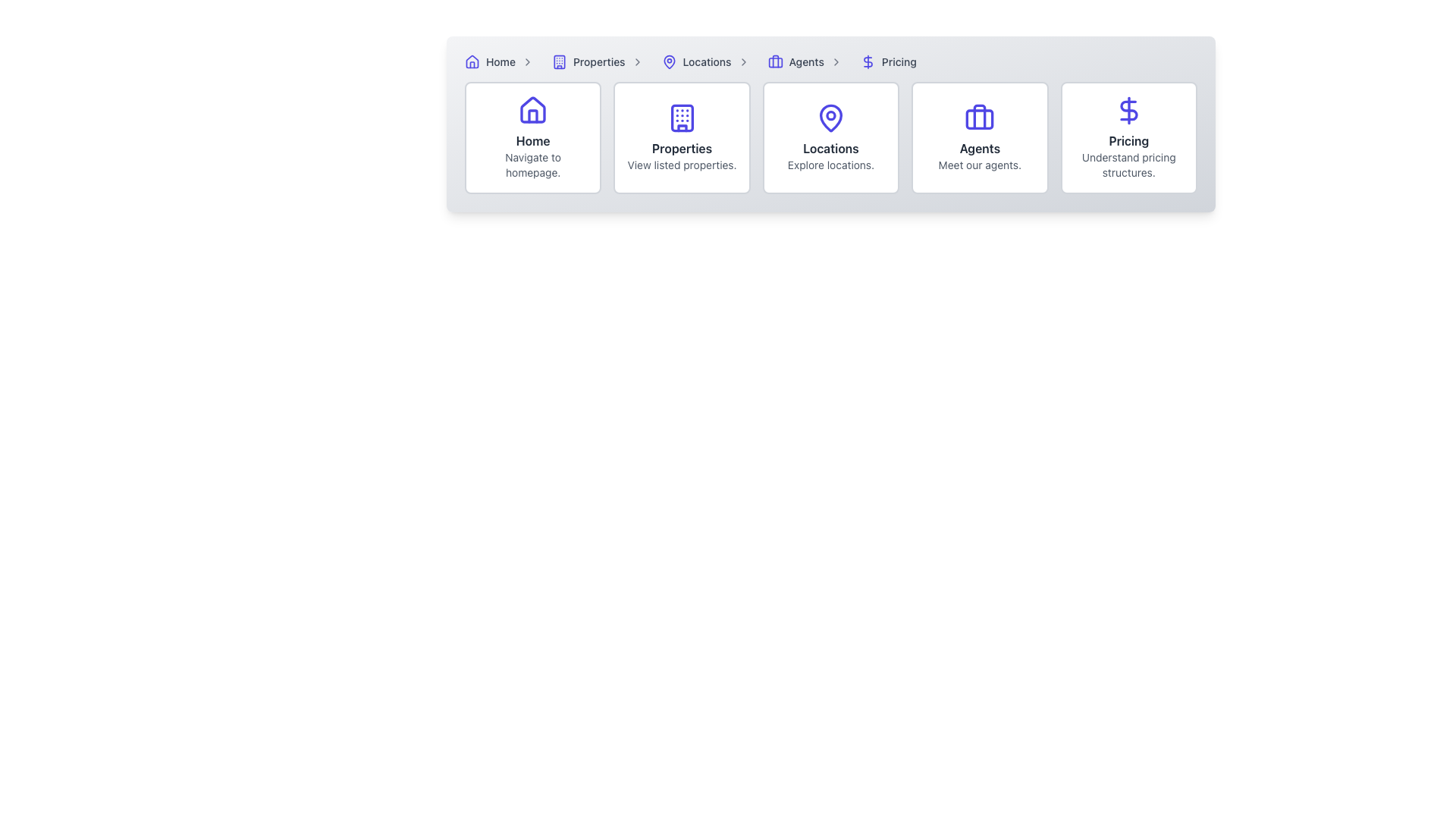  I want to click on the 'Agents' hyperlink located in the top center navigation bar, which is the fifth item following 'Locations' and preceding 'Pricing', so click(805, 61).